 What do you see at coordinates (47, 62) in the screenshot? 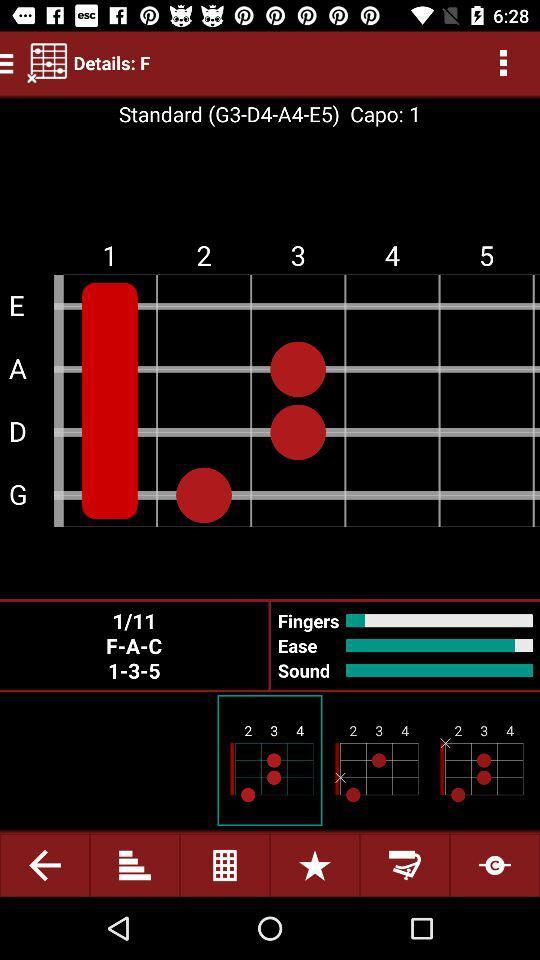
I see `item to the left of details: f` at bounding box center [47, 62].